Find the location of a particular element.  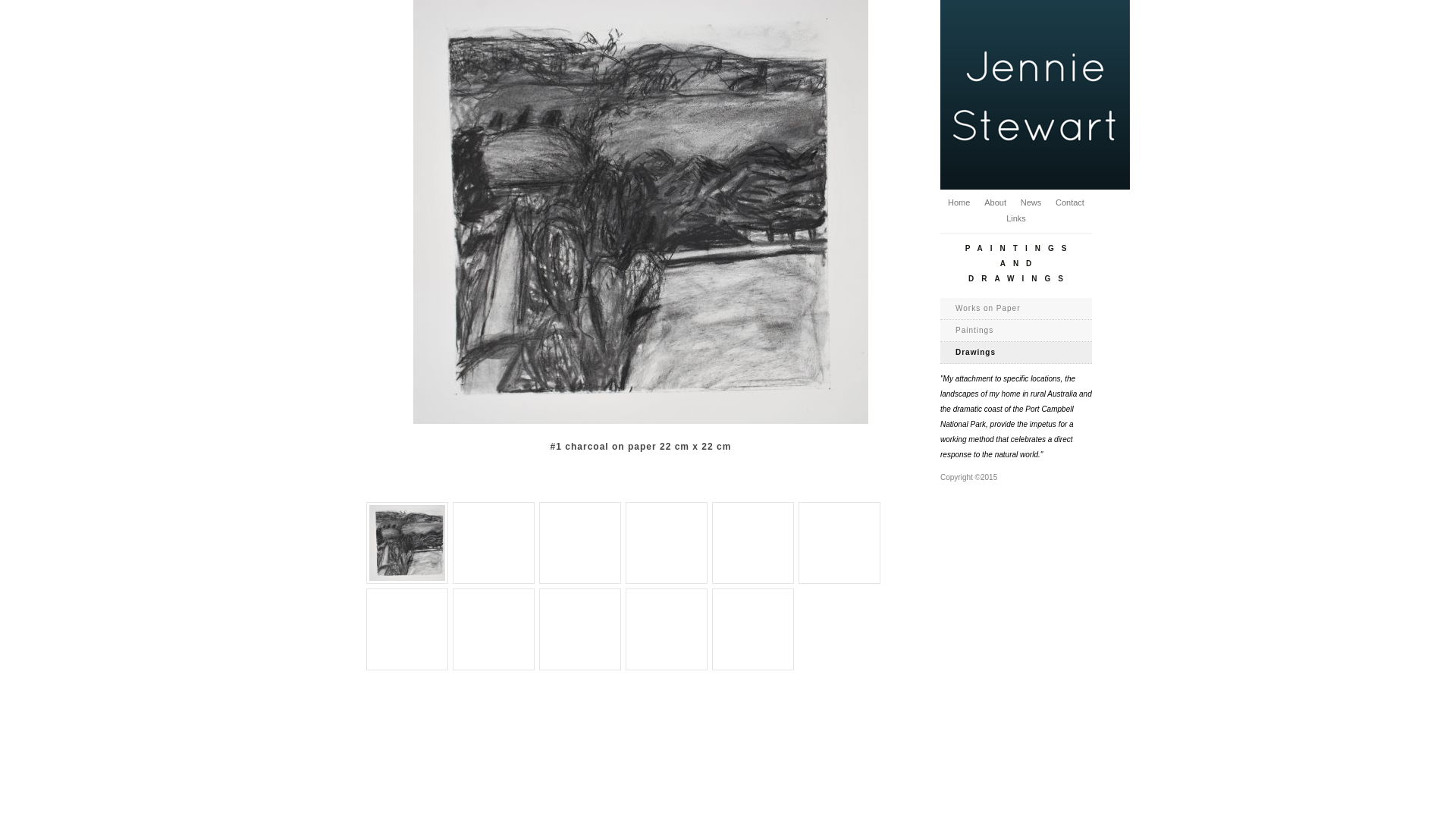

'Works on Paper' is located at coordinates (1015, 308).